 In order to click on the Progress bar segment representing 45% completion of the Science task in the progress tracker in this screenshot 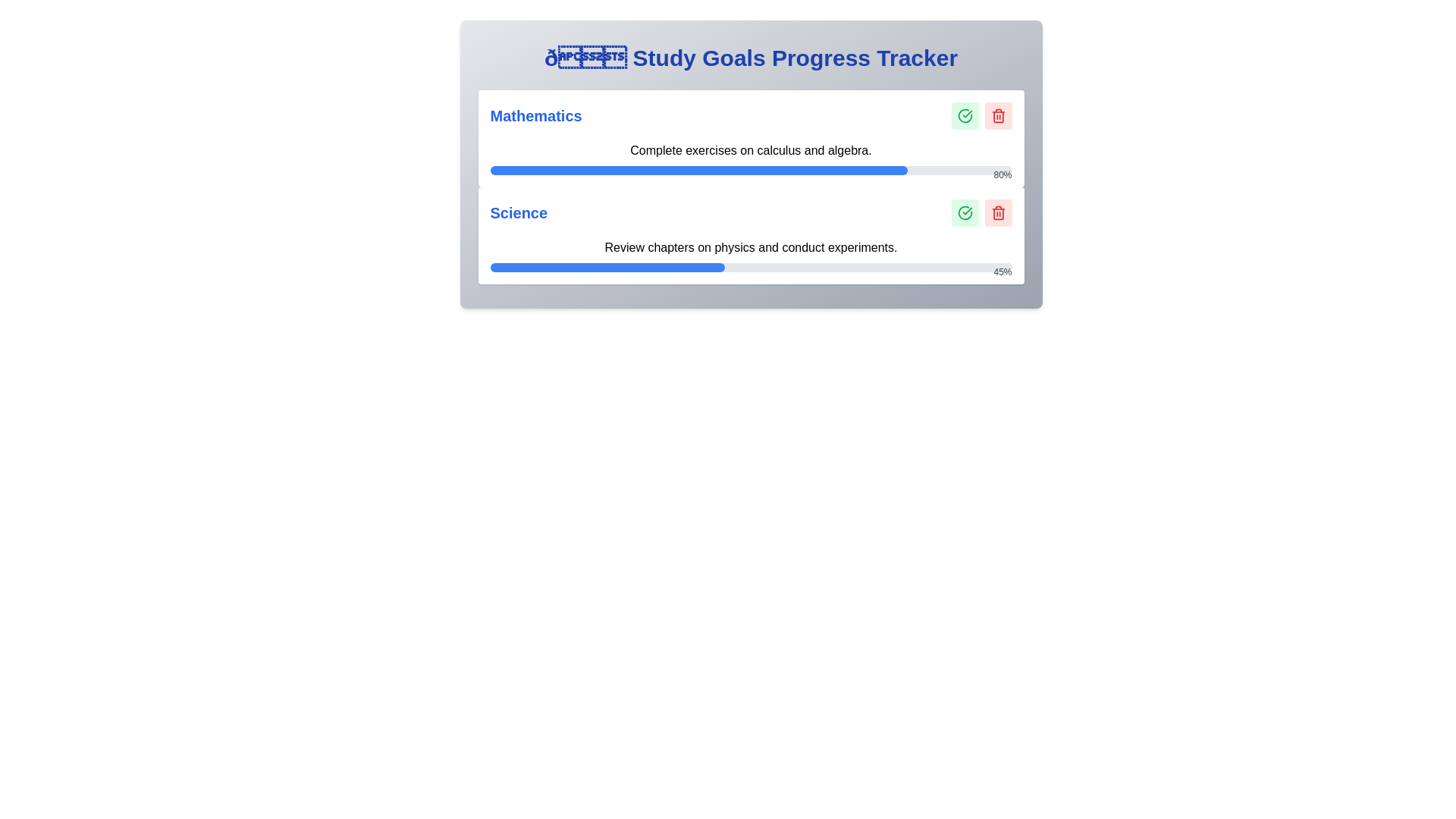, I will do `click(607, 267)`.